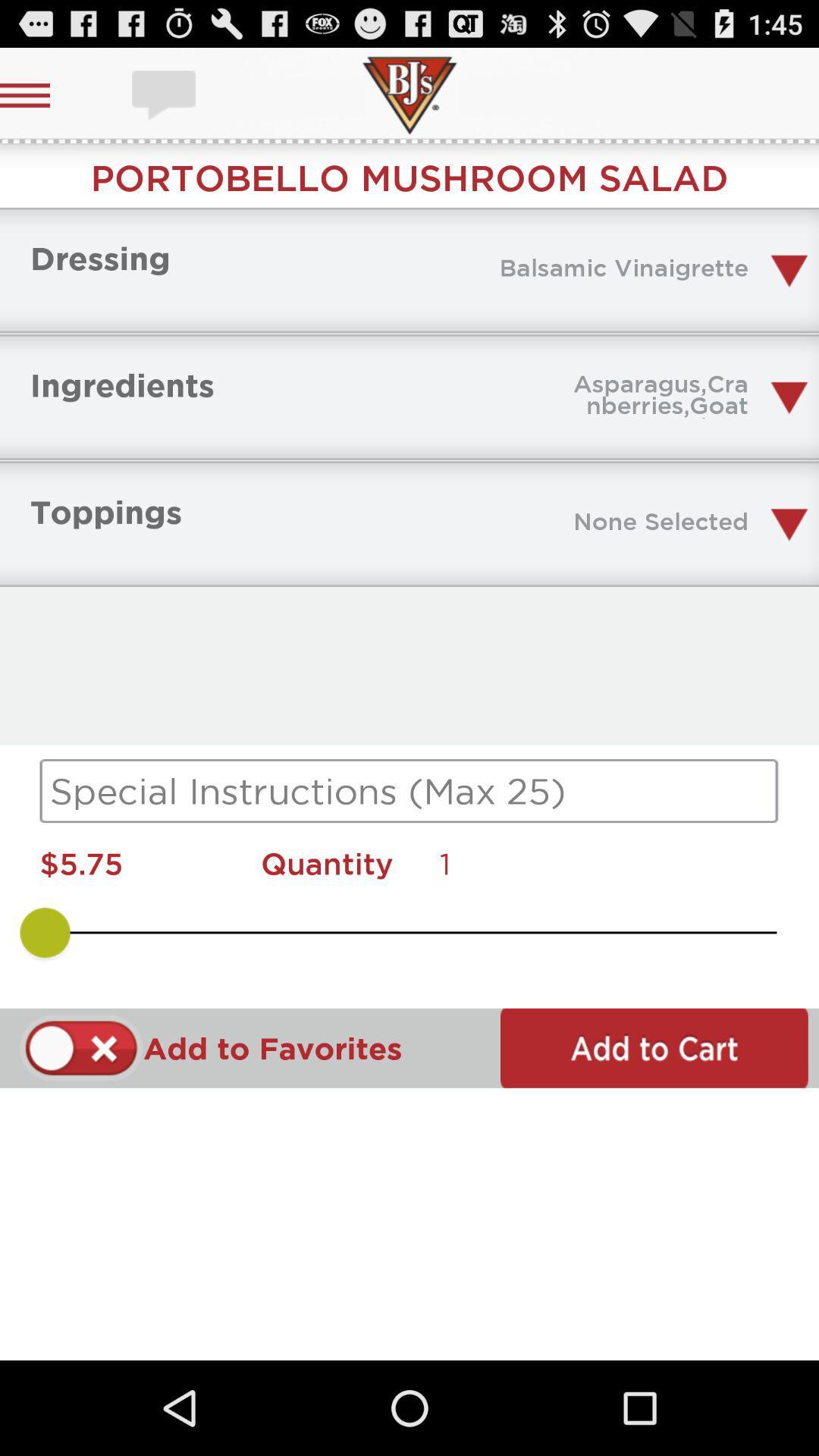 This screenshot has width=819, height=1456. I want to click on add to cart button after add to favorites on the page, so click(42, 95).